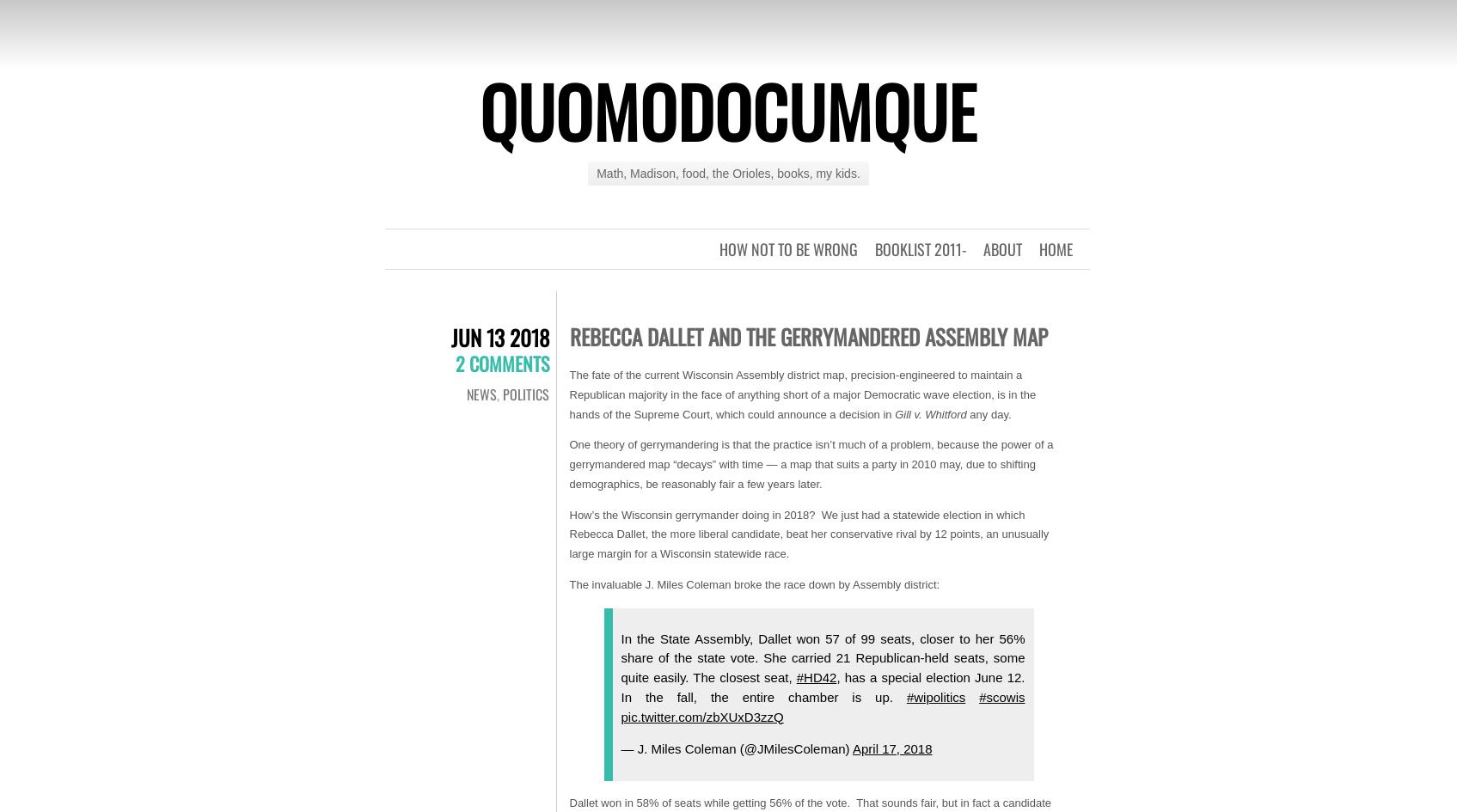  What do you see at coordinates (809, 533) in the screenshot?
I see `'How’s the Wisconsin gerrymander doing in 2018?  We just had a statewide election in which Rebecca Dallet, the more liberal candidate, beat her conservative rival by 12 points, an unusually large margin for a Wisconsin statewide race.'` at bounding box center [809, 533].